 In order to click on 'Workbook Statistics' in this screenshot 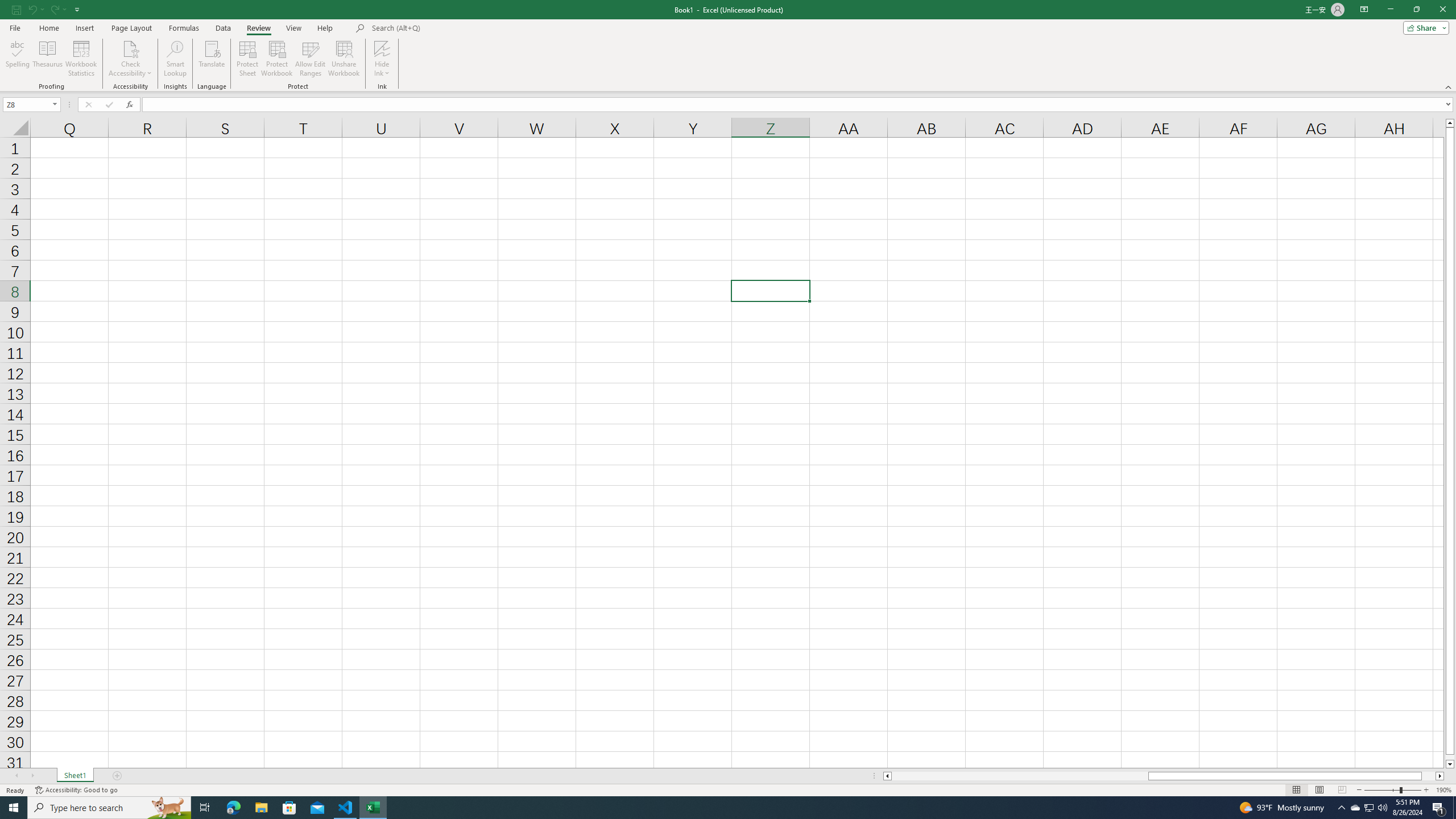, I will do `click(81, 59)`.